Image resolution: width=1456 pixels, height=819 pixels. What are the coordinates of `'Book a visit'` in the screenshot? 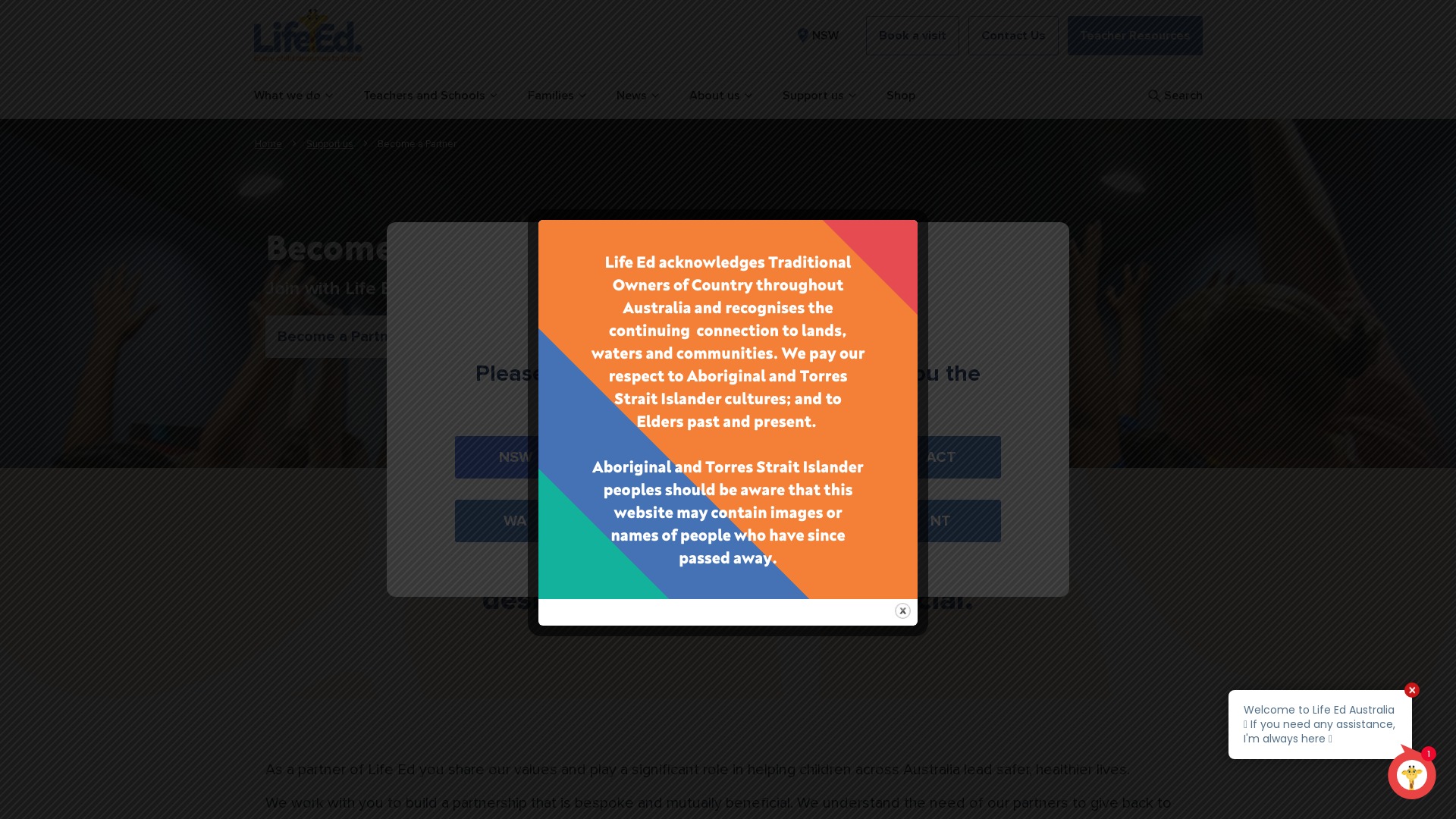 It's located at (912, 34).